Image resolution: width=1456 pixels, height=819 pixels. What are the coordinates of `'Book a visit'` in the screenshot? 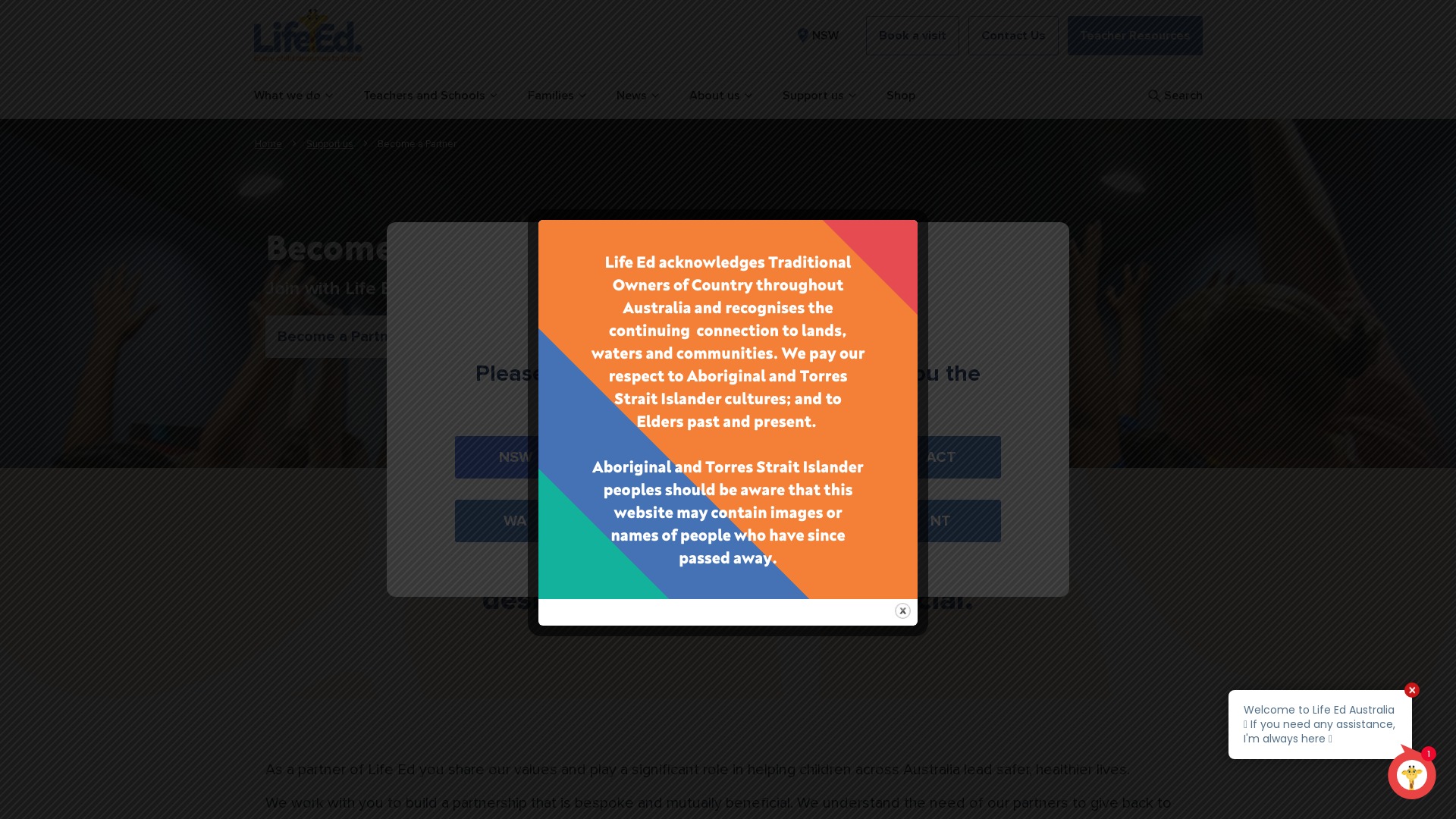 It's located at (912, 34).